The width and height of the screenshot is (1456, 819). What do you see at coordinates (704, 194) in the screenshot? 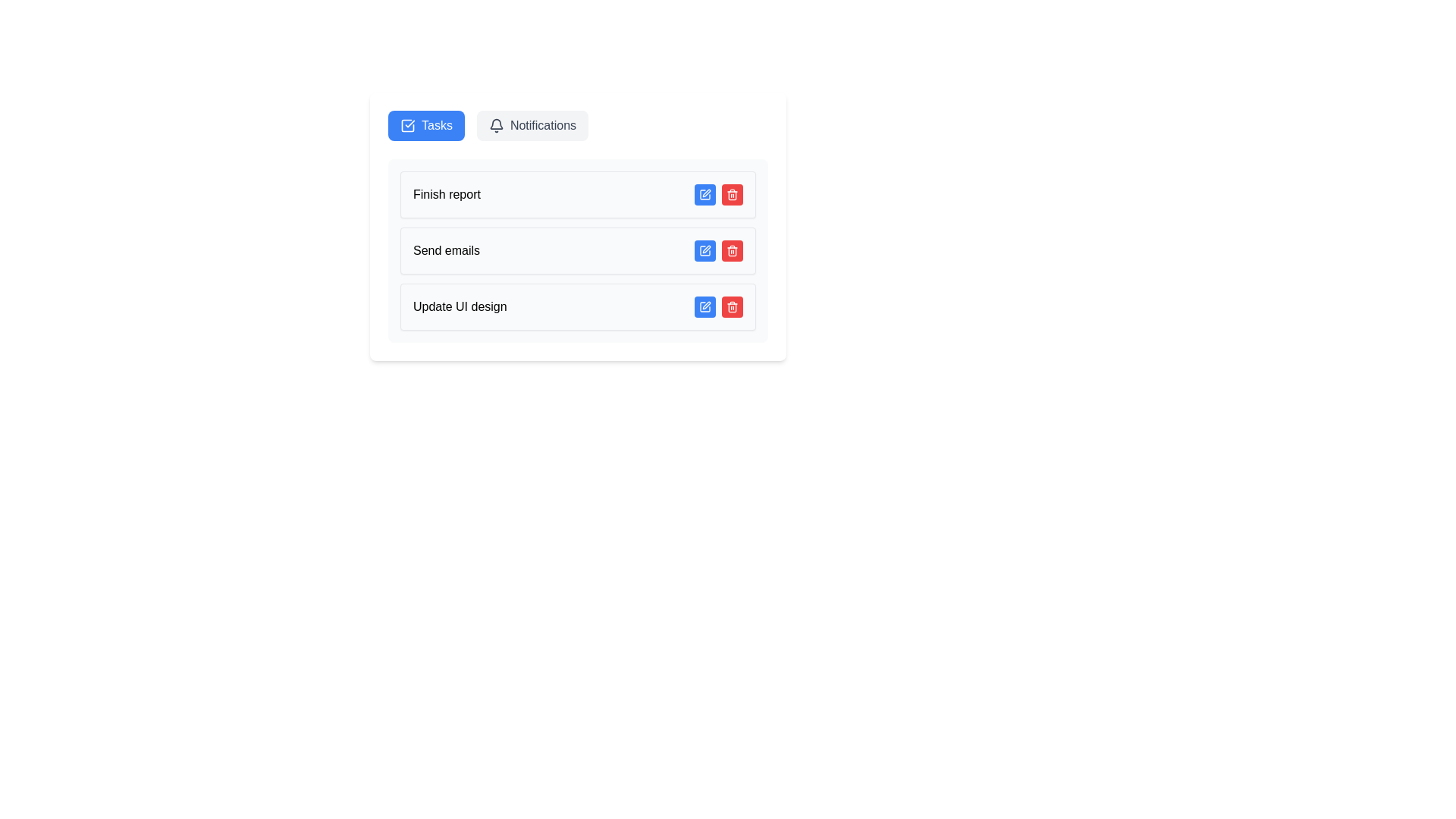
I see `the editing button located next to the red trash icon button in the first row of the tasks list` at bounding box center [704, 194].